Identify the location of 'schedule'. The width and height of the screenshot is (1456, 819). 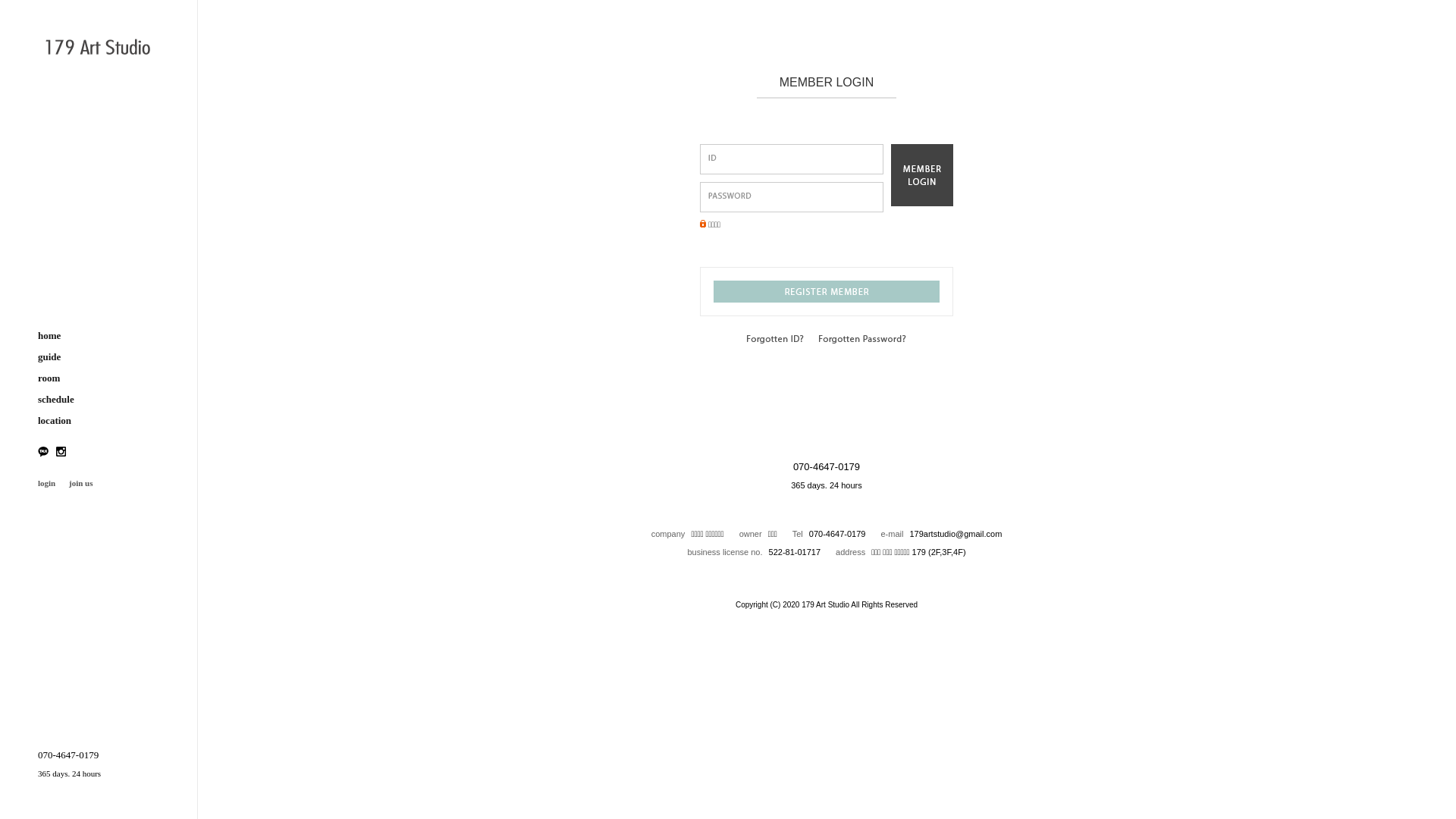
(97, 399).